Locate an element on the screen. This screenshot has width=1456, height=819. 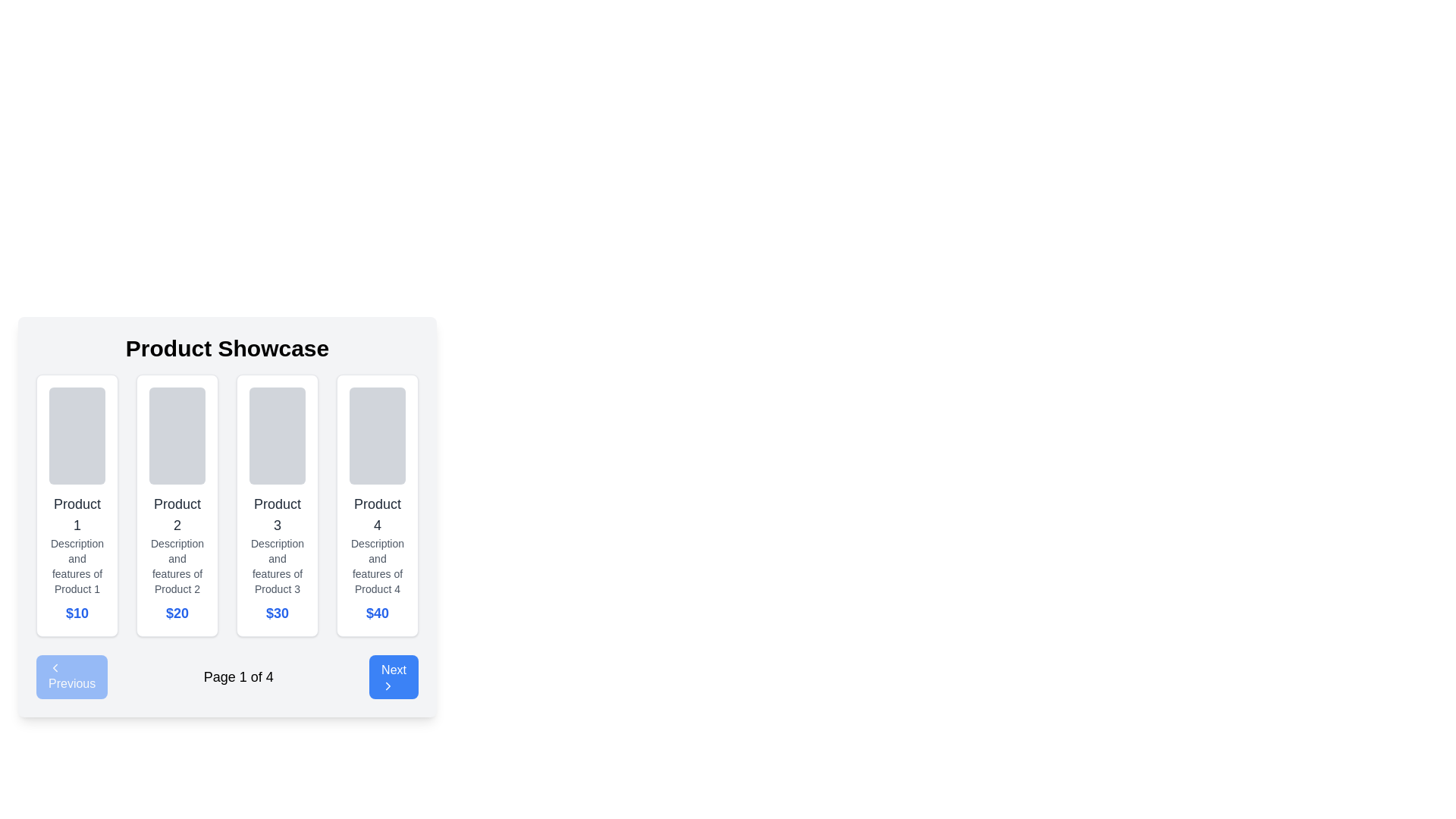
the price display for the second product, located below the description text 'Description and features of Product 2' in the product listing interface is located at coordinates (177, 613).